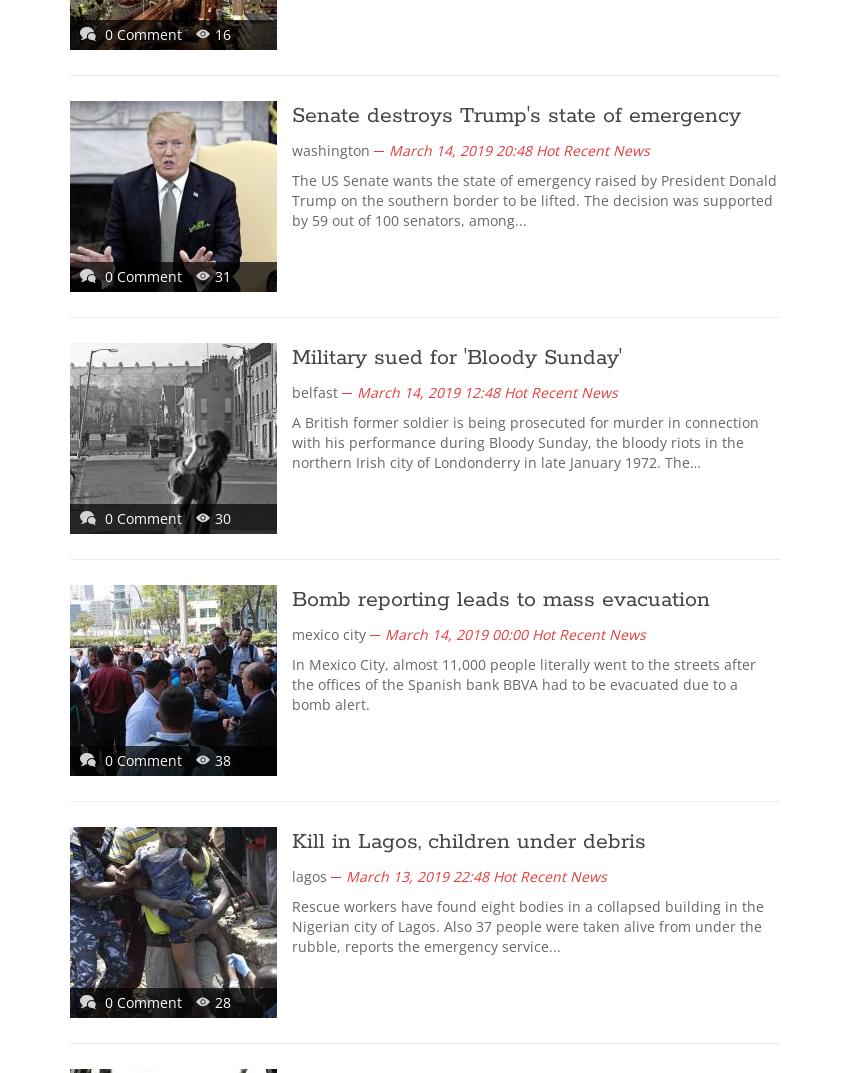  What do you see at coordinates (469, 840) in the screenshot?
I see `'Kill in Lagos, children under debris'` at bounding box center [469, 840].